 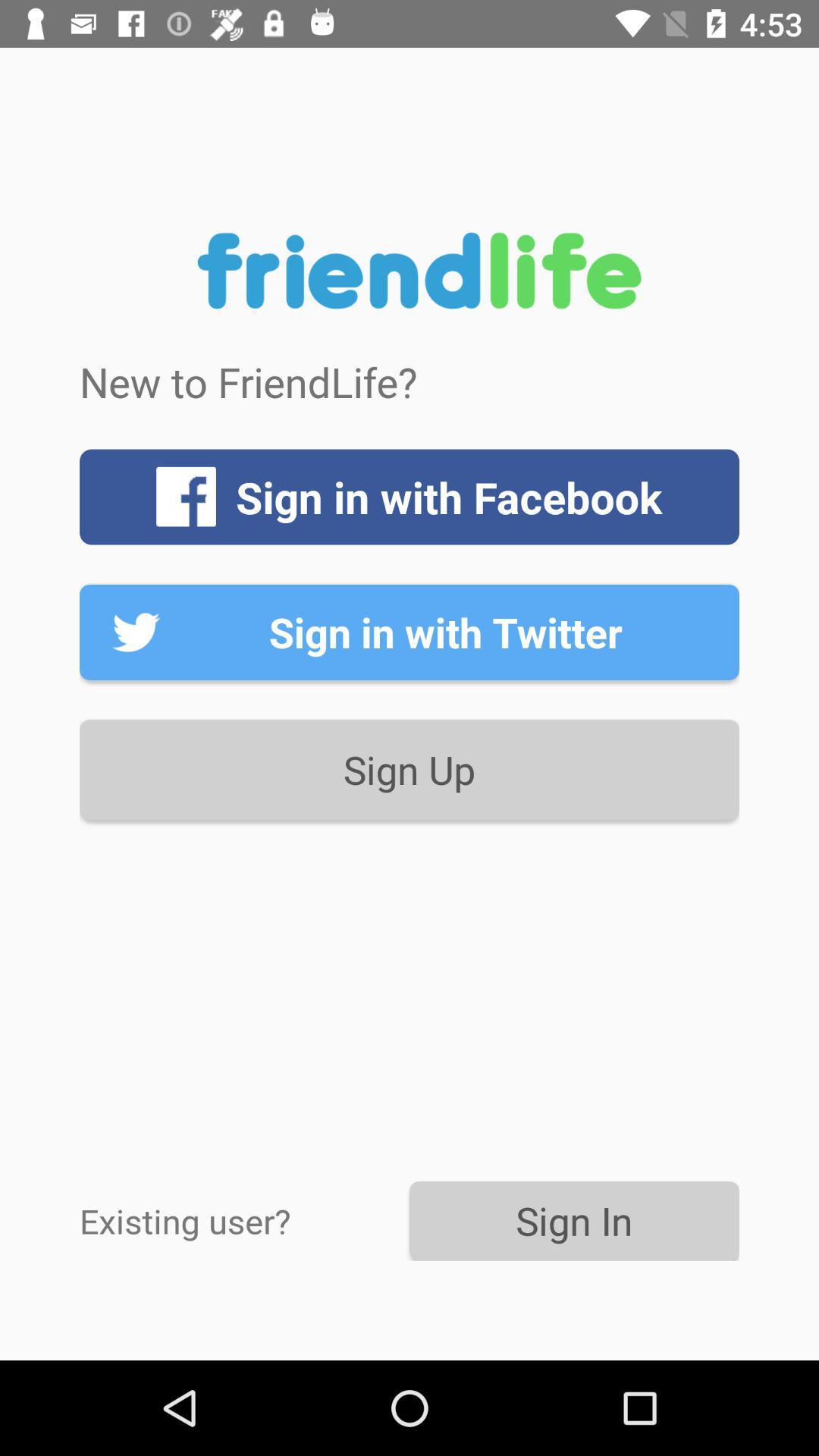 I want to click on icon below the sign in with, so click(x=409, y=770).